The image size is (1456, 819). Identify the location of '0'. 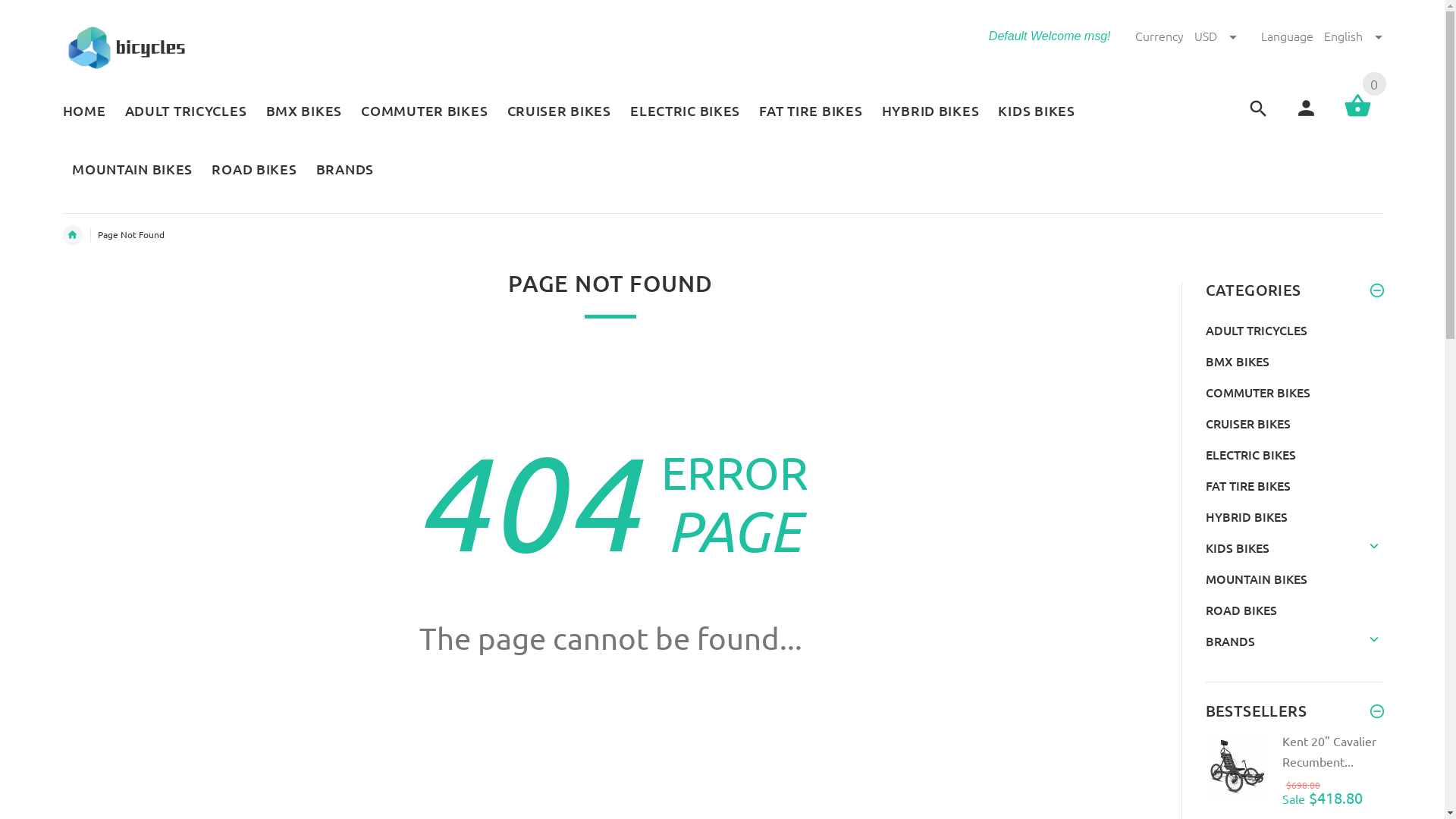
(1357, 113).